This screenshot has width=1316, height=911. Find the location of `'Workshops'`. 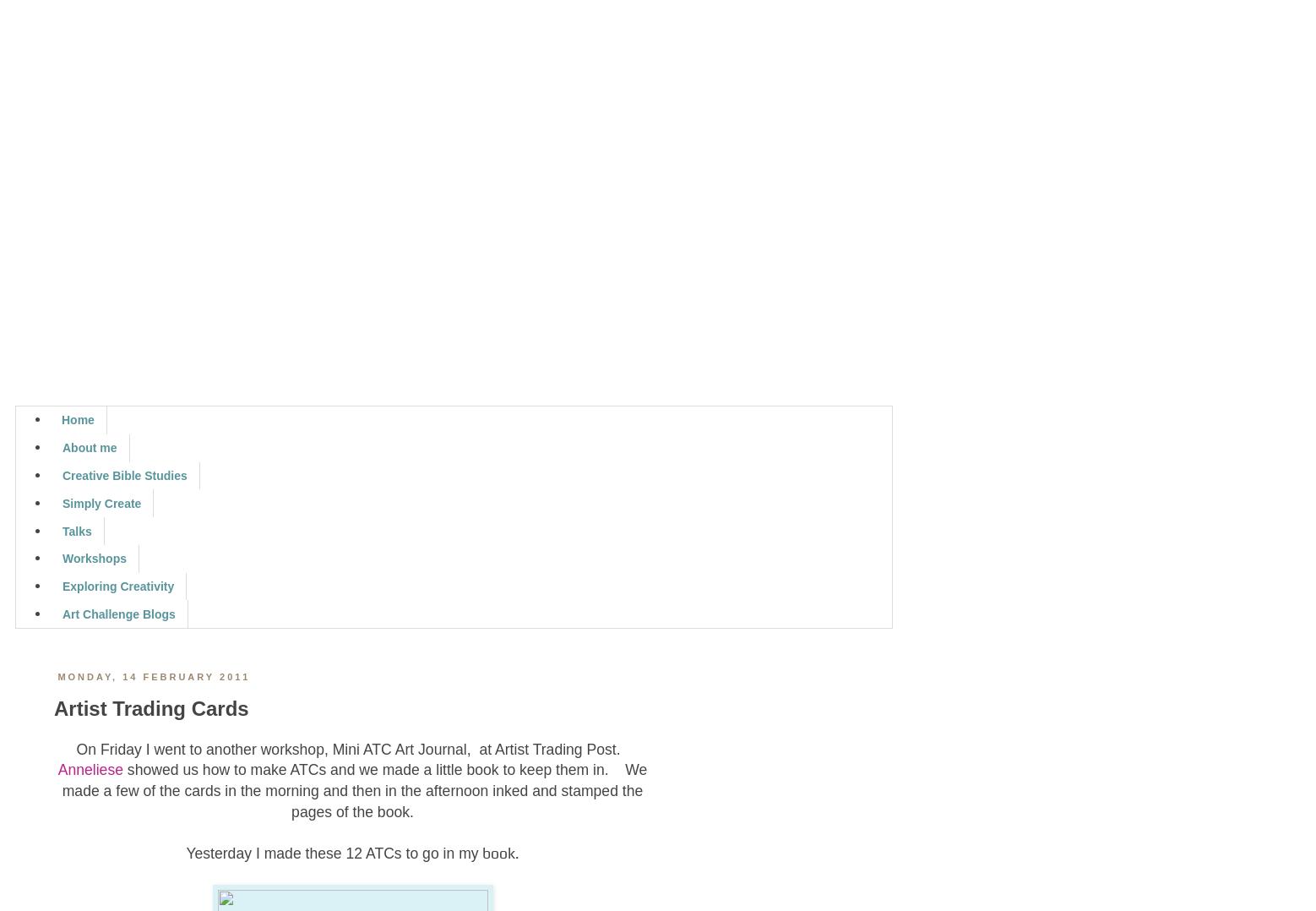

'Workshops' is located at coordinates (93, 559).